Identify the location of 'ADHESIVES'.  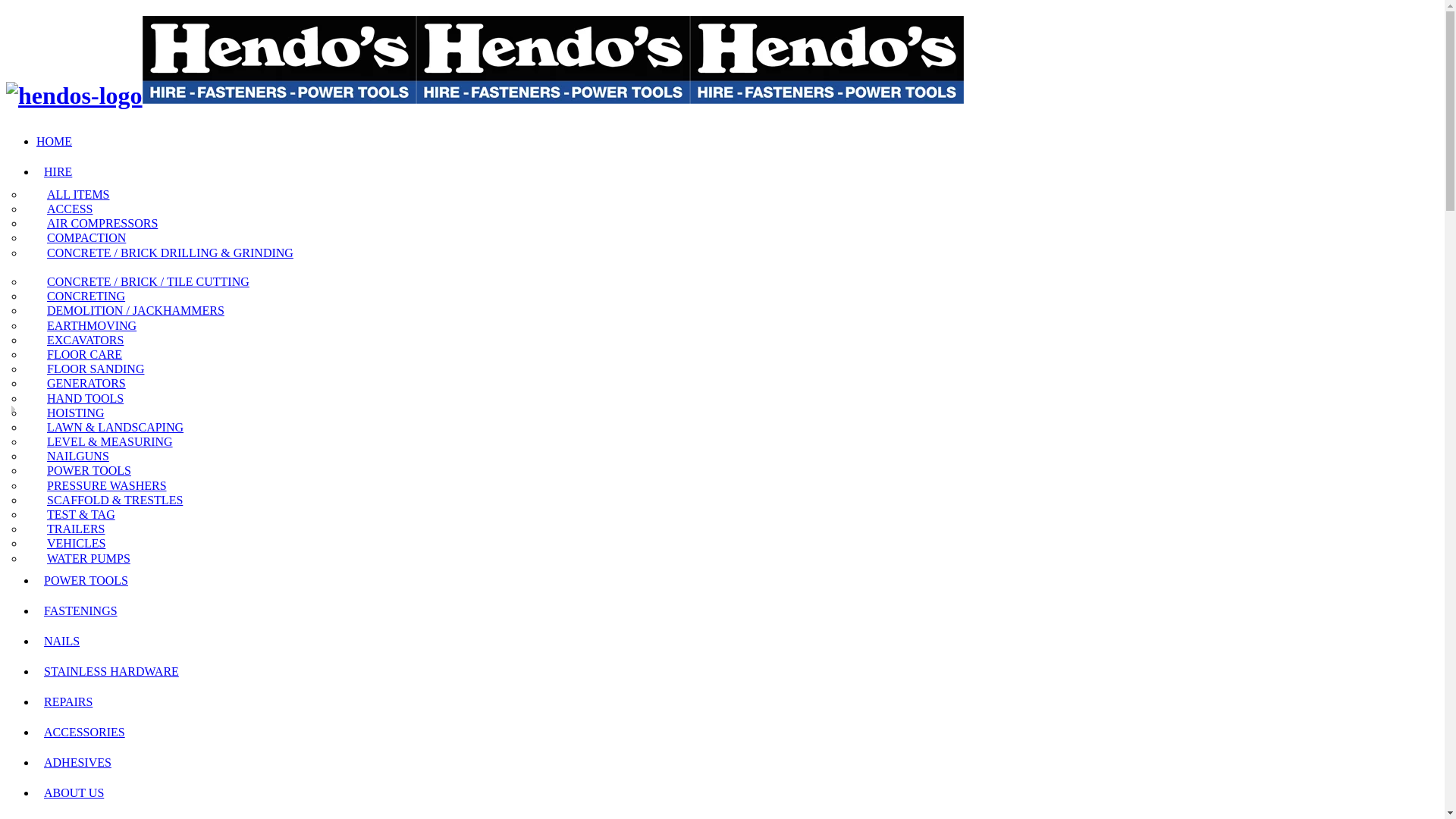
(77, 762).